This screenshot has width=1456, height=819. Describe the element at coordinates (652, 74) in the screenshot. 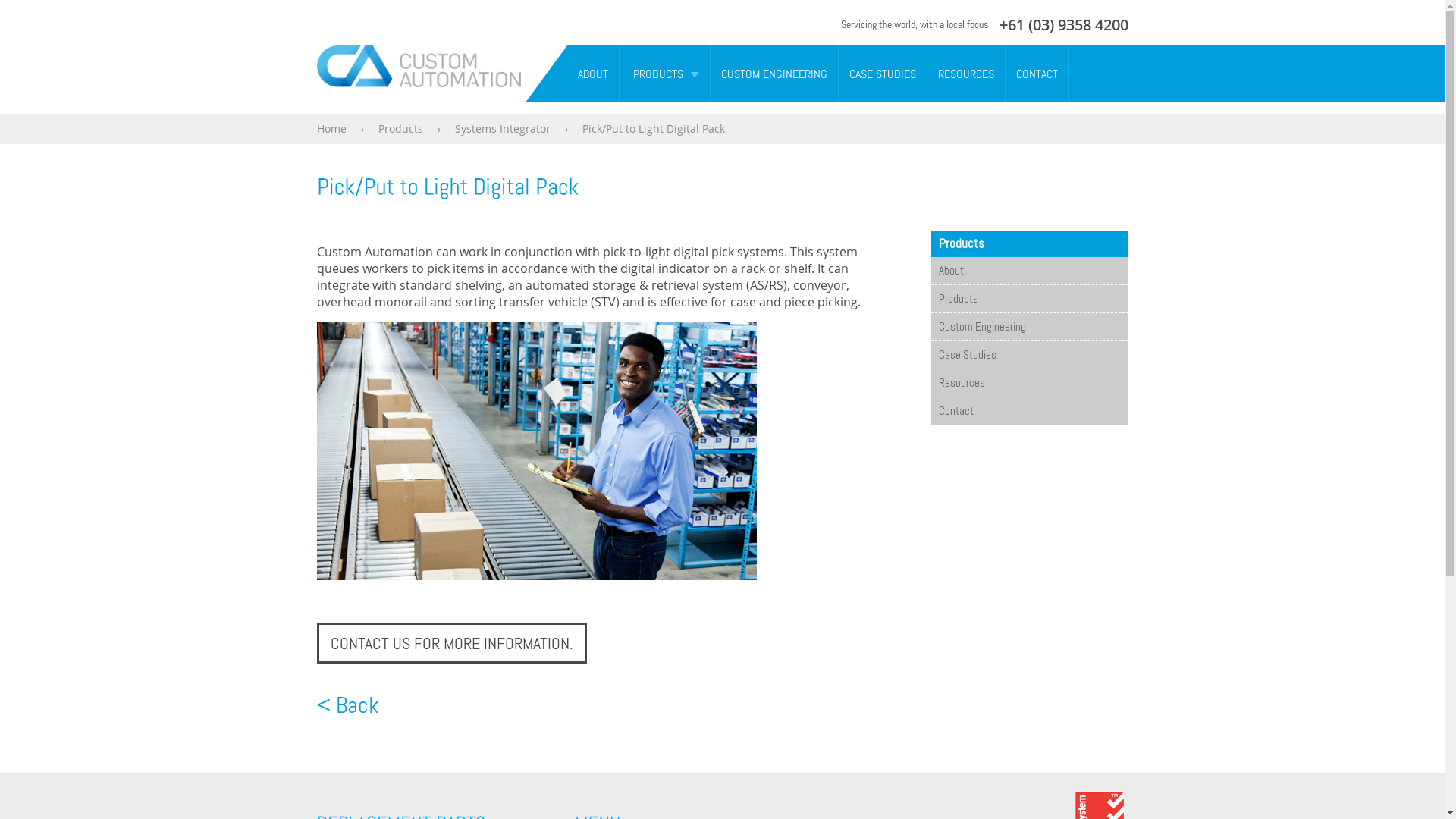

I see `'PRODUCTS'` at that location.